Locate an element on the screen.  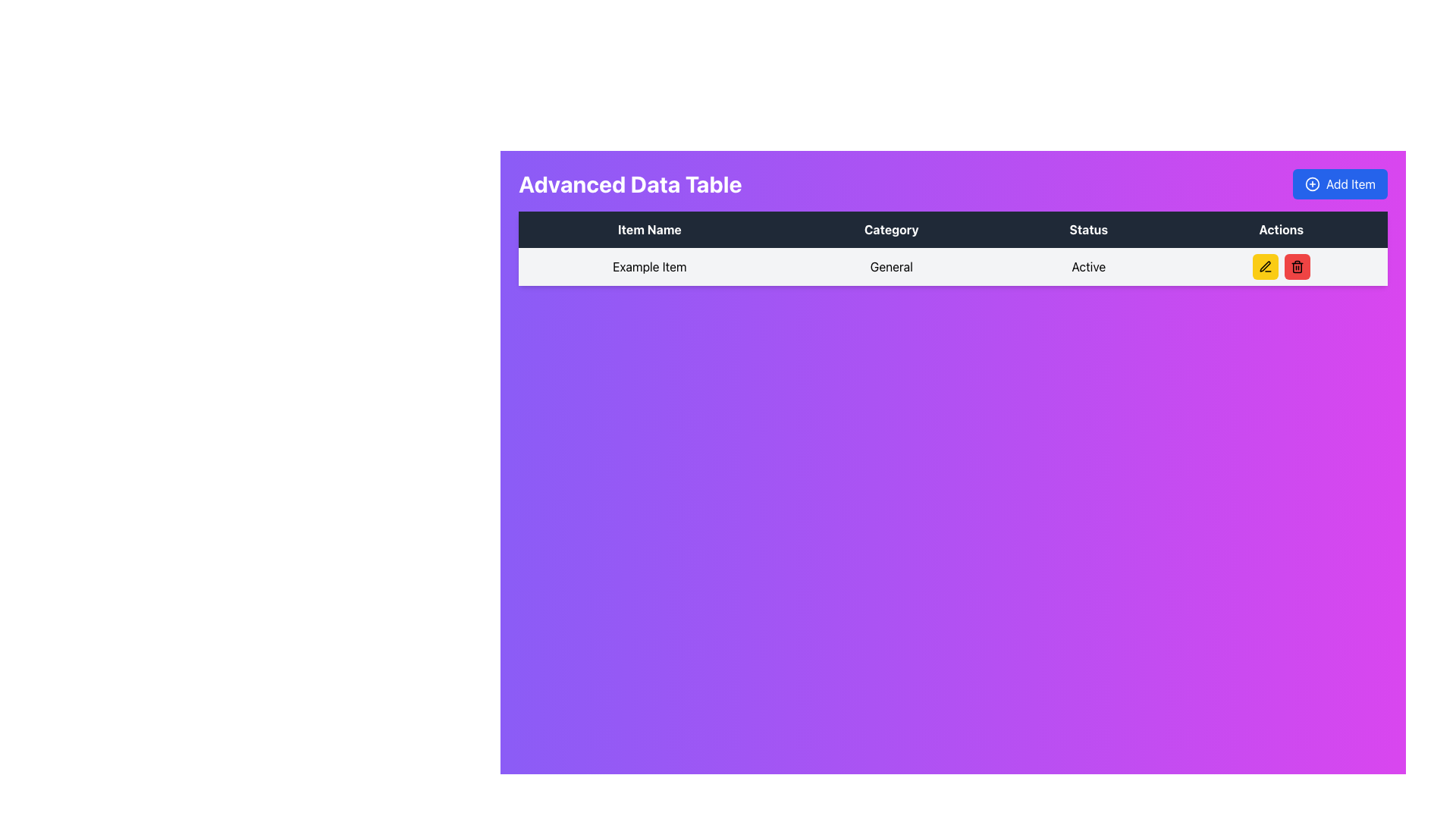
text content of the 'Add Item' label, which is styled with white text on a blue background and is part of the button labeled 'Add Item' is located at coordinates (1351, 184).